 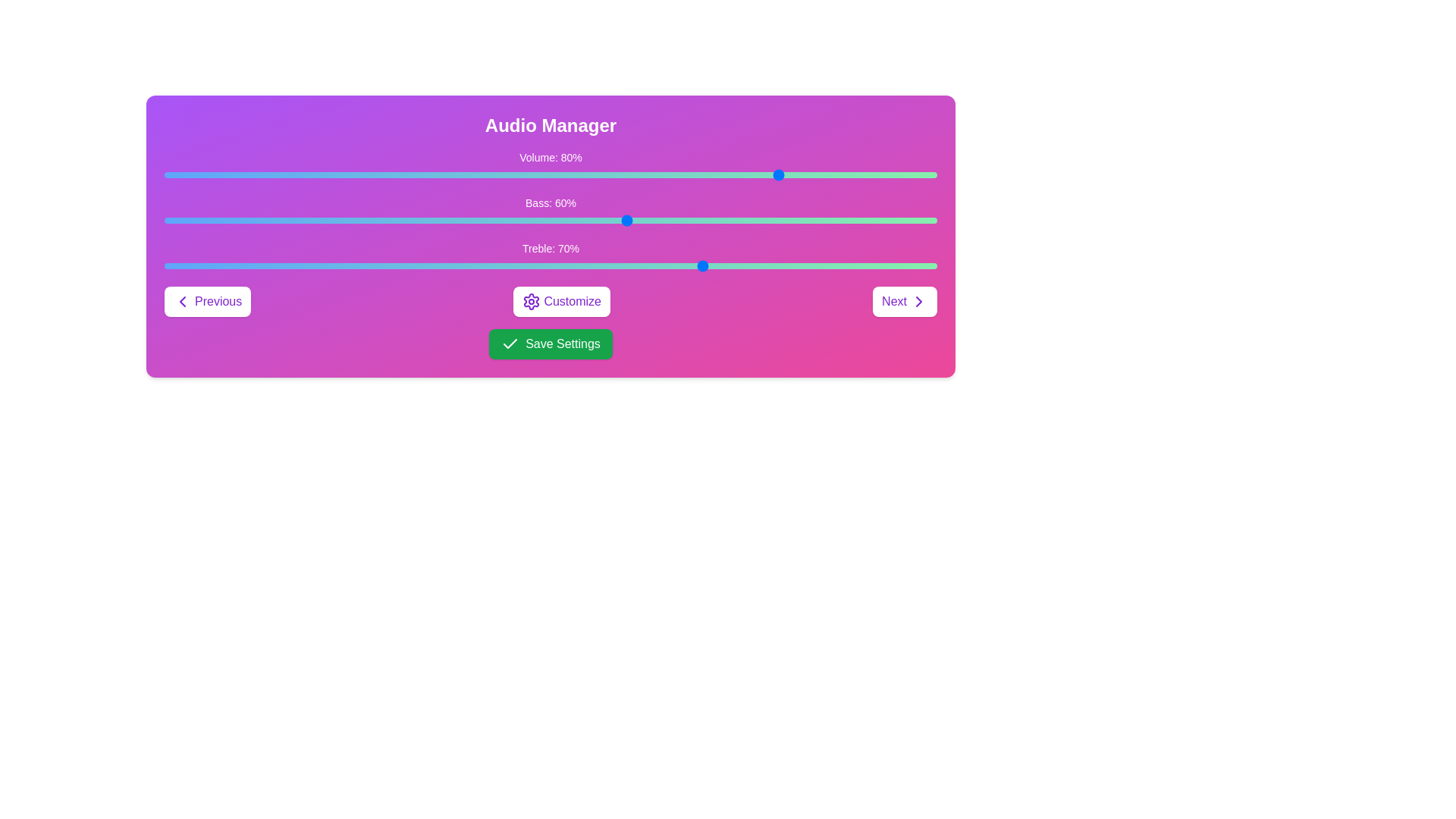 What do you see at coordinates (906, 220) in the screenshot?
I see `the bass level` at bounding box center [906, 220].